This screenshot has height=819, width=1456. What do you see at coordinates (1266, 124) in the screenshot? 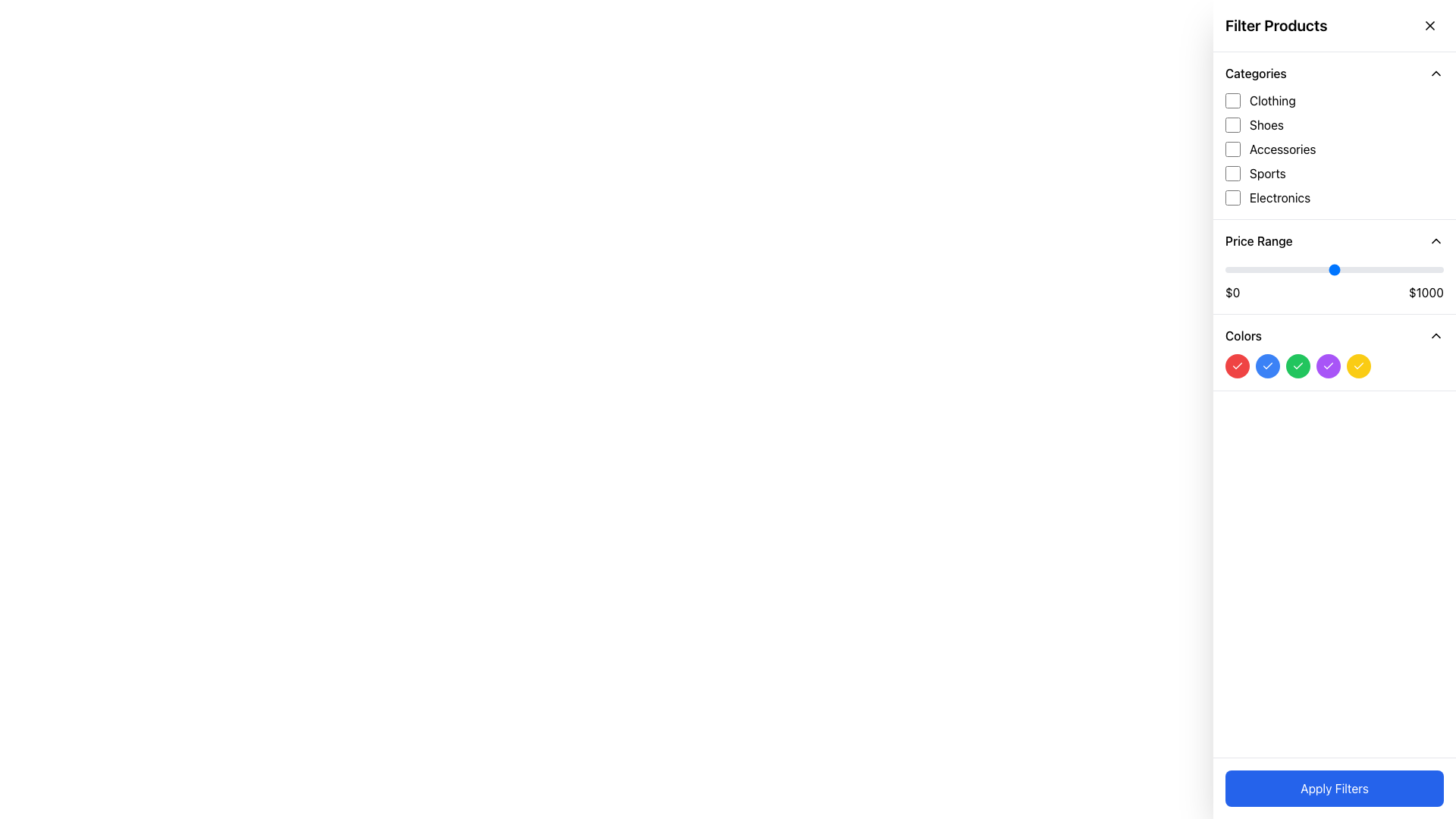
I see `the 'Shoes' category label in the 'Categories' section` at bounding box center [1266, 124].